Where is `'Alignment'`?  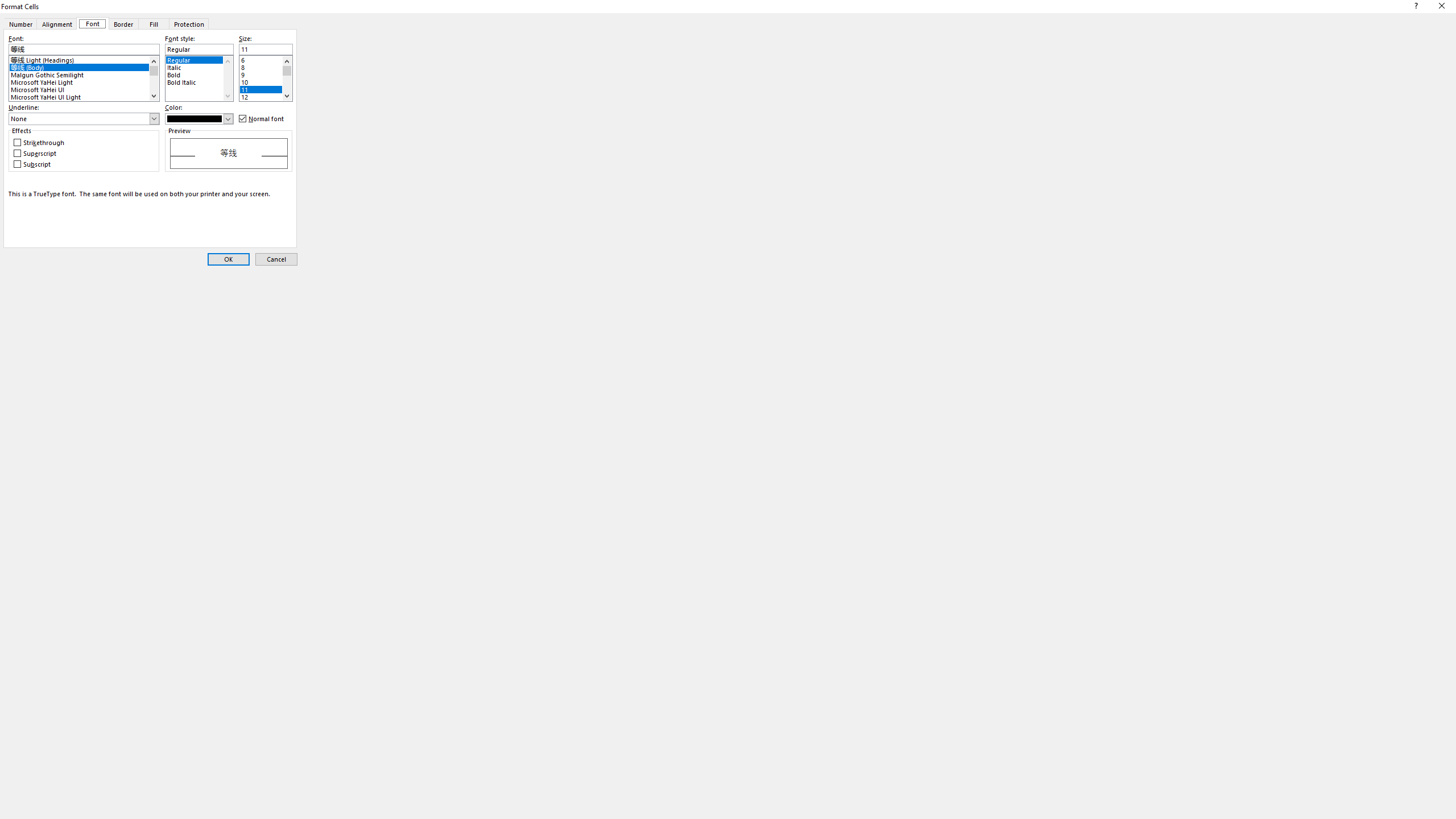 'Alignment' is located at coordinates (56, 23).